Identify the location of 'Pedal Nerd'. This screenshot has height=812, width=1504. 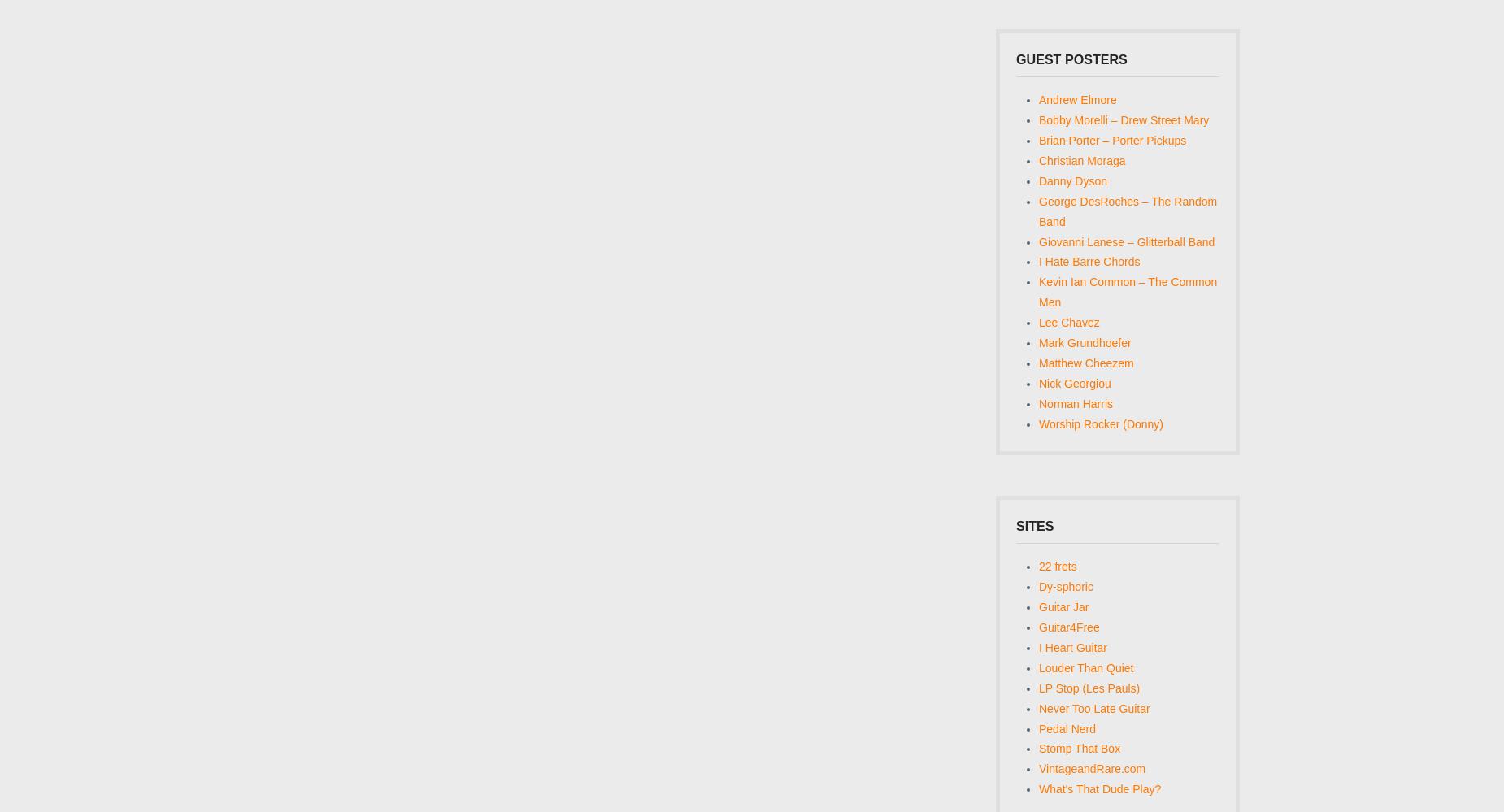
(1066, 728).